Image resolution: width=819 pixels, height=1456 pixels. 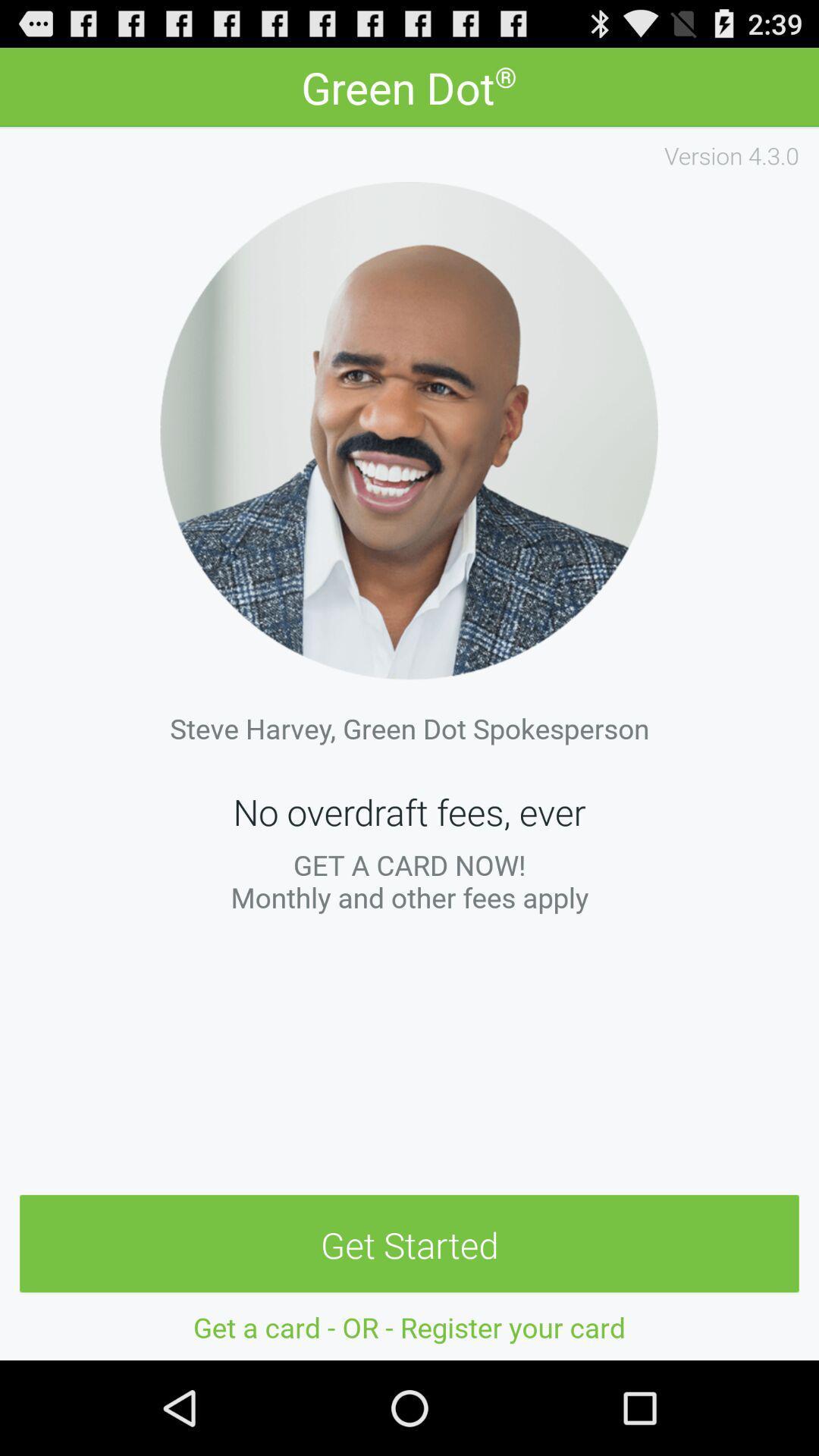 I want to click on the app below get a card item, so click(x=409, y=1244).